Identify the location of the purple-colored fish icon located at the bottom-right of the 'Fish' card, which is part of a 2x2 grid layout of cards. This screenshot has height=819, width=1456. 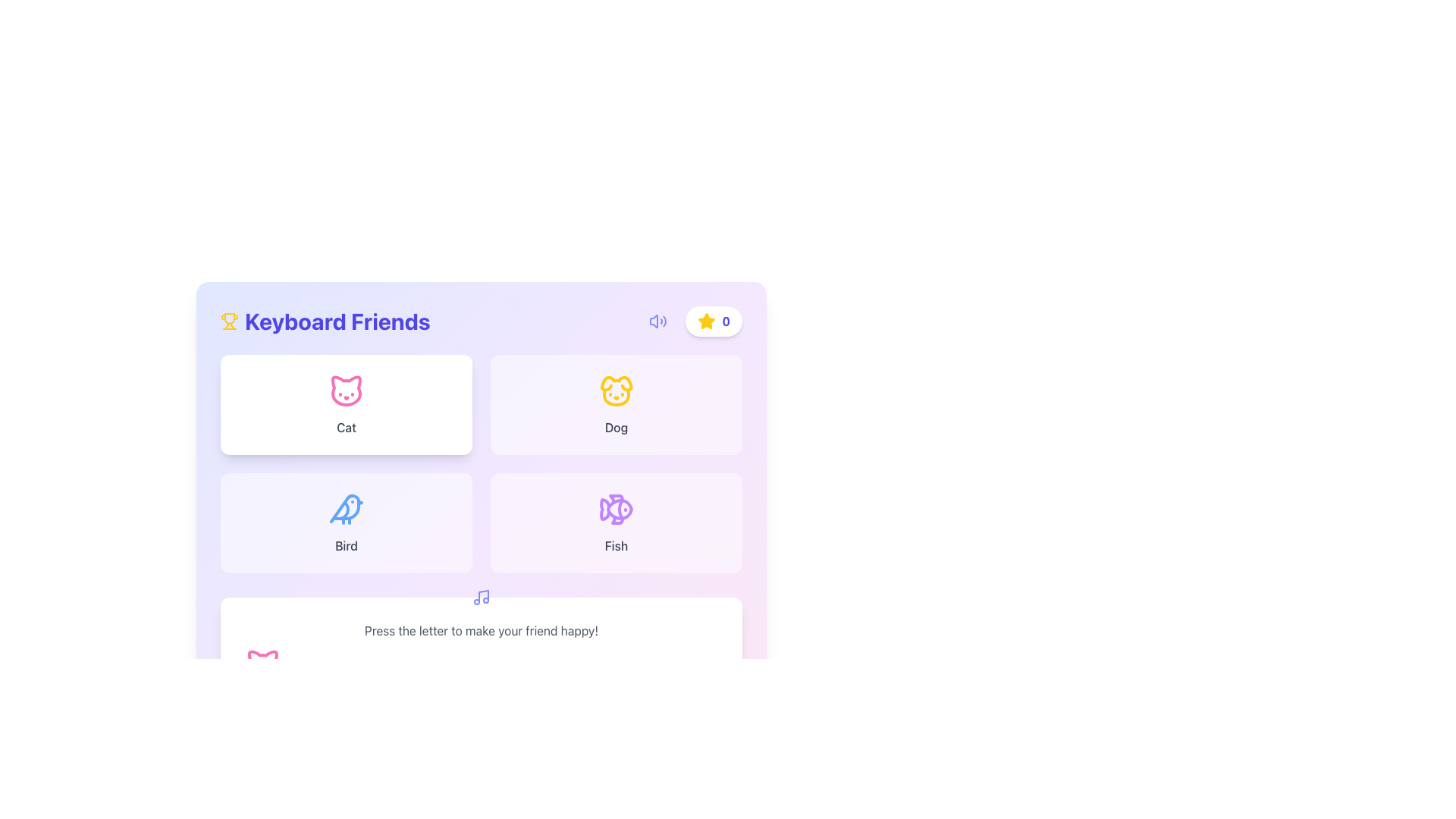
(616, 509).